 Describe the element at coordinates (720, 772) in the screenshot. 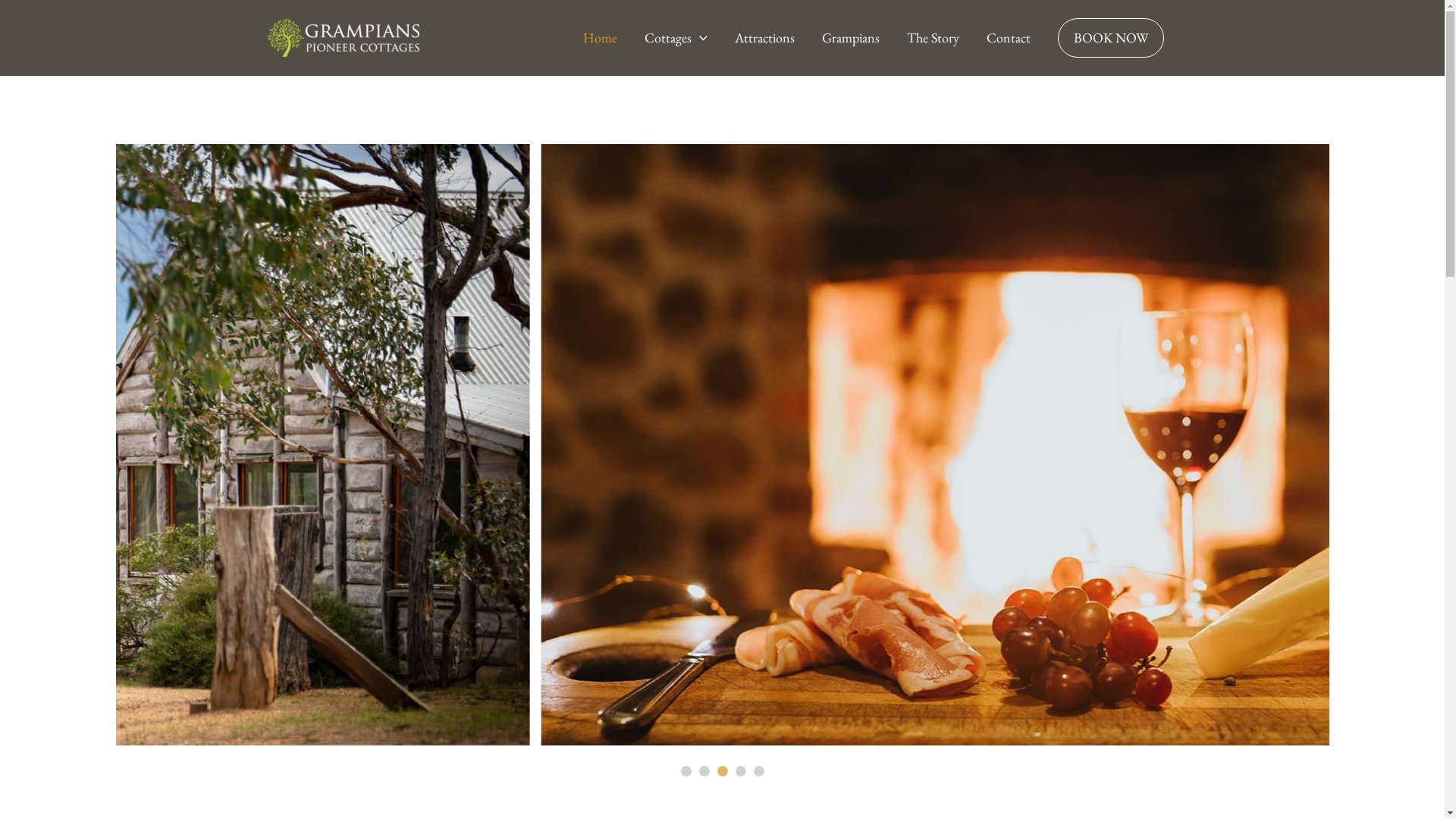

I see `'3'` at that location.